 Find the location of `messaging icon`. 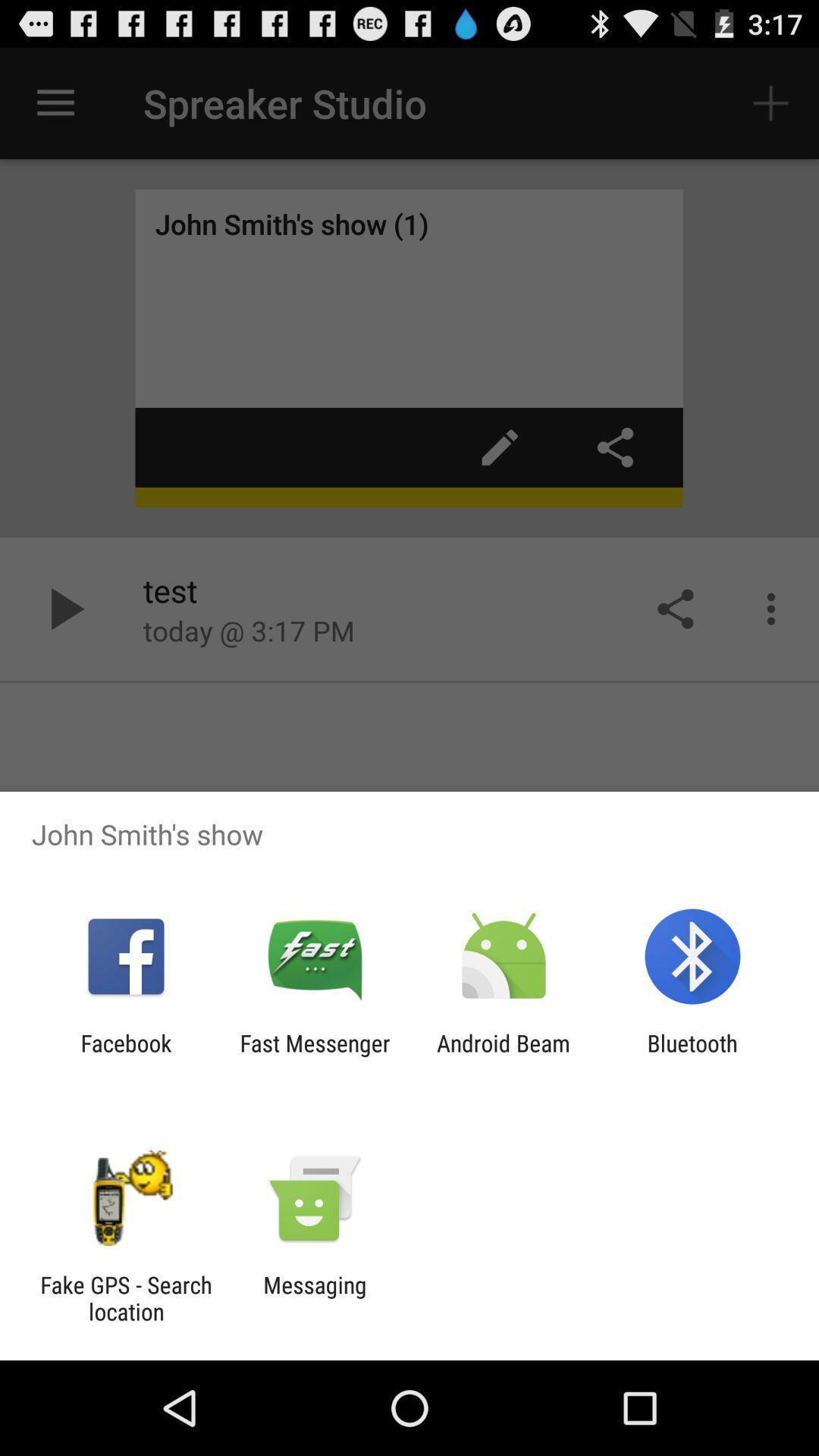

messaging icon is located at coordinates (314, 1298).